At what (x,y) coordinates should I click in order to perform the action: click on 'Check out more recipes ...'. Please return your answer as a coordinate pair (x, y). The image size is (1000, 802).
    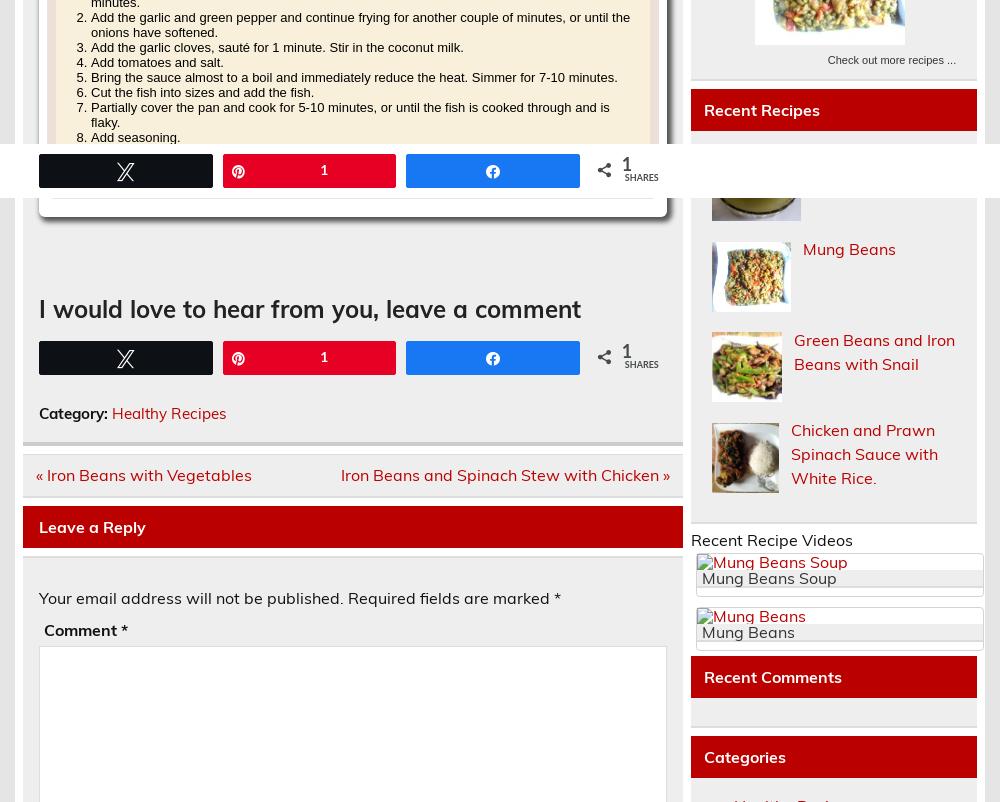
    Looking at the image, I should click on (891, 58).